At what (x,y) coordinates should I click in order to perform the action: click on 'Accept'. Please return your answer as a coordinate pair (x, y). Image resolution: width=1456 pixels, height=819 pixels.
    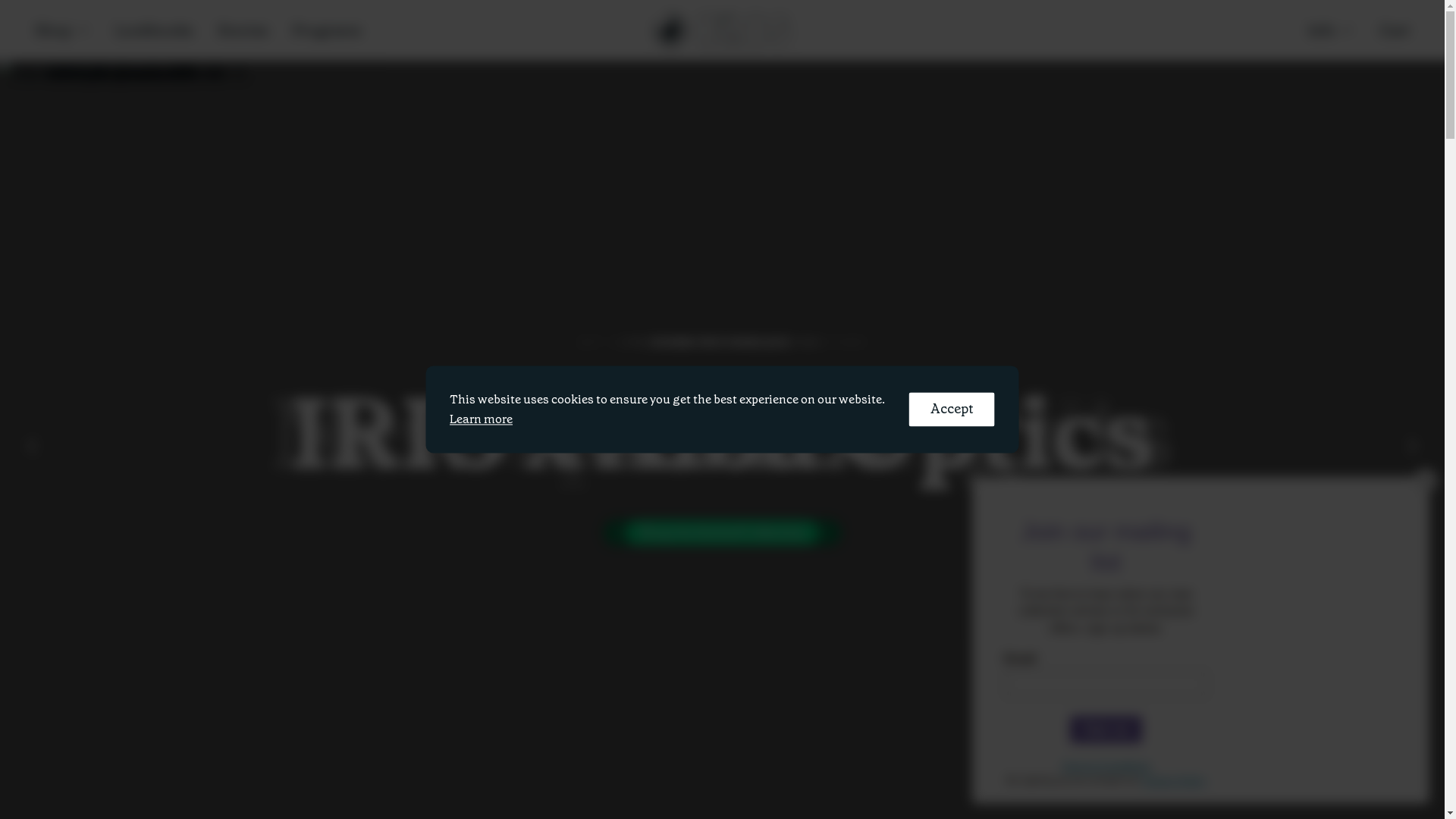
    Looking at the image, I should click on (909, 409).